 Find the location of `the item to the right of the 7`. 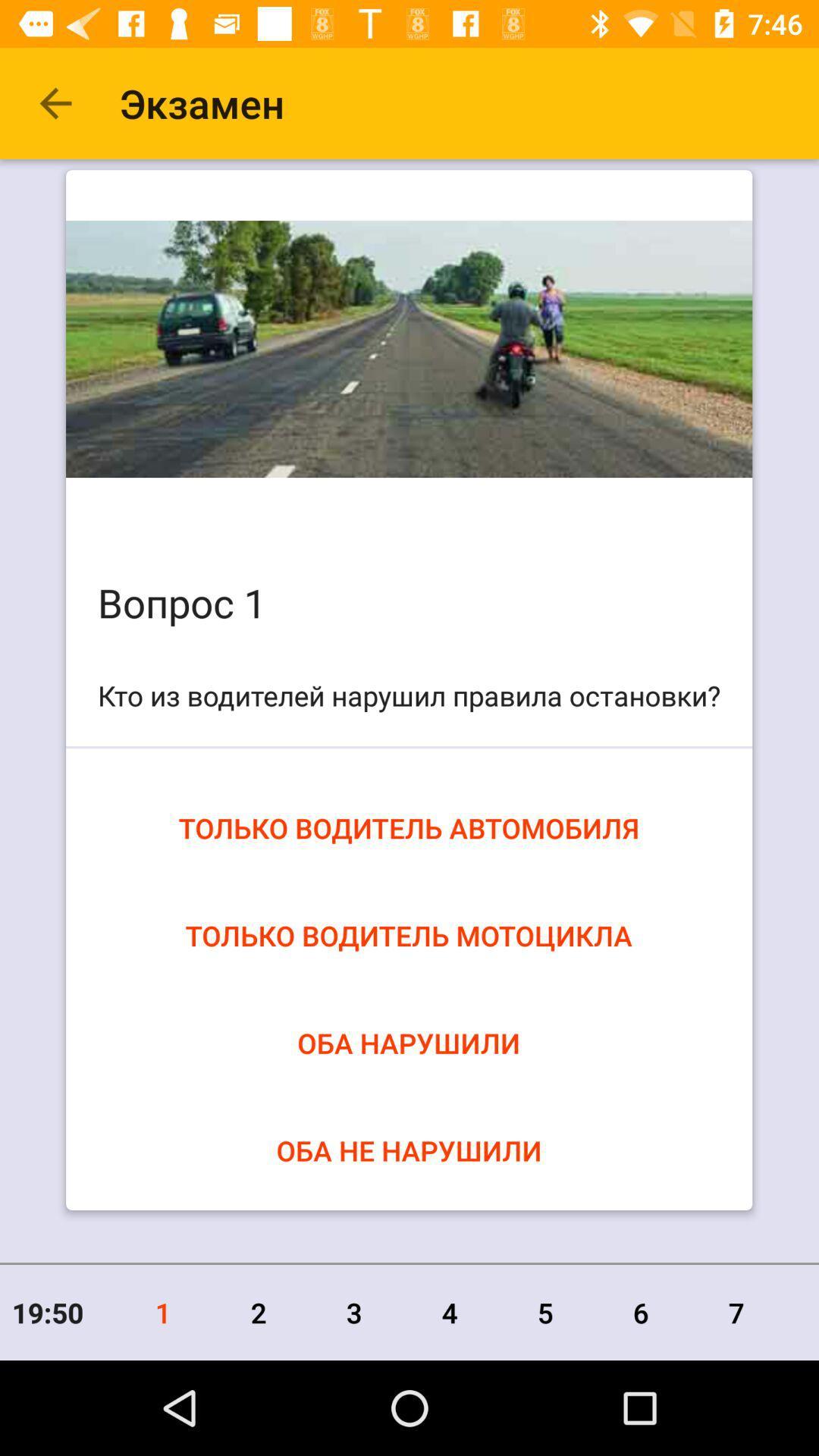

the item to the right of the 7 is located at coordinates (801, 1312).